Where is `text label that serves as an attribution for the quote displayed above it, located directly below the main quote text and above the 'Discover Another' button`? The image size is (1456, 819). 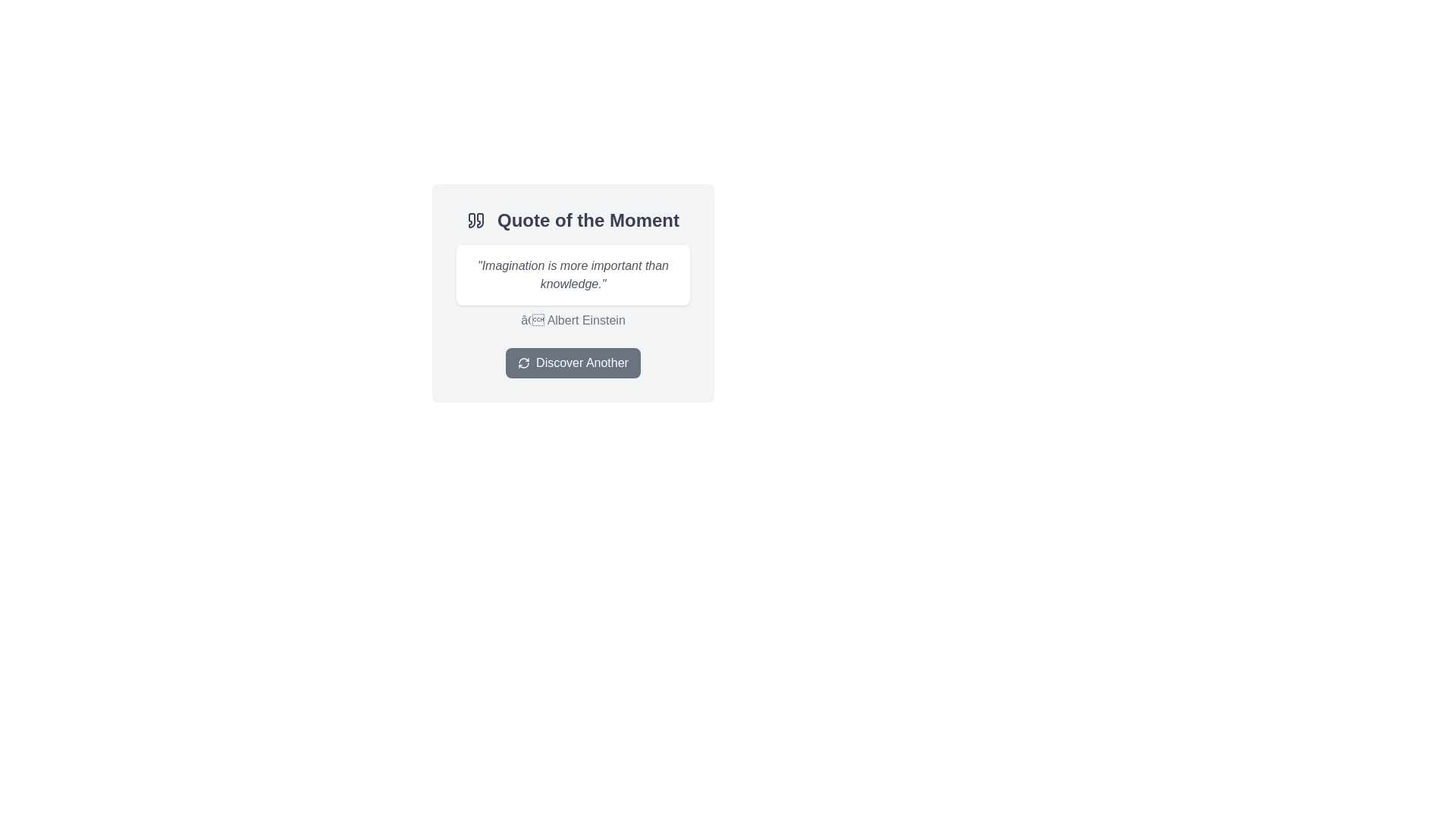 text label that serves as an attribution for the quote displayed above it, located directly below the main quote text and above the 'Discover Another' button is located at coordinates (572, 320).